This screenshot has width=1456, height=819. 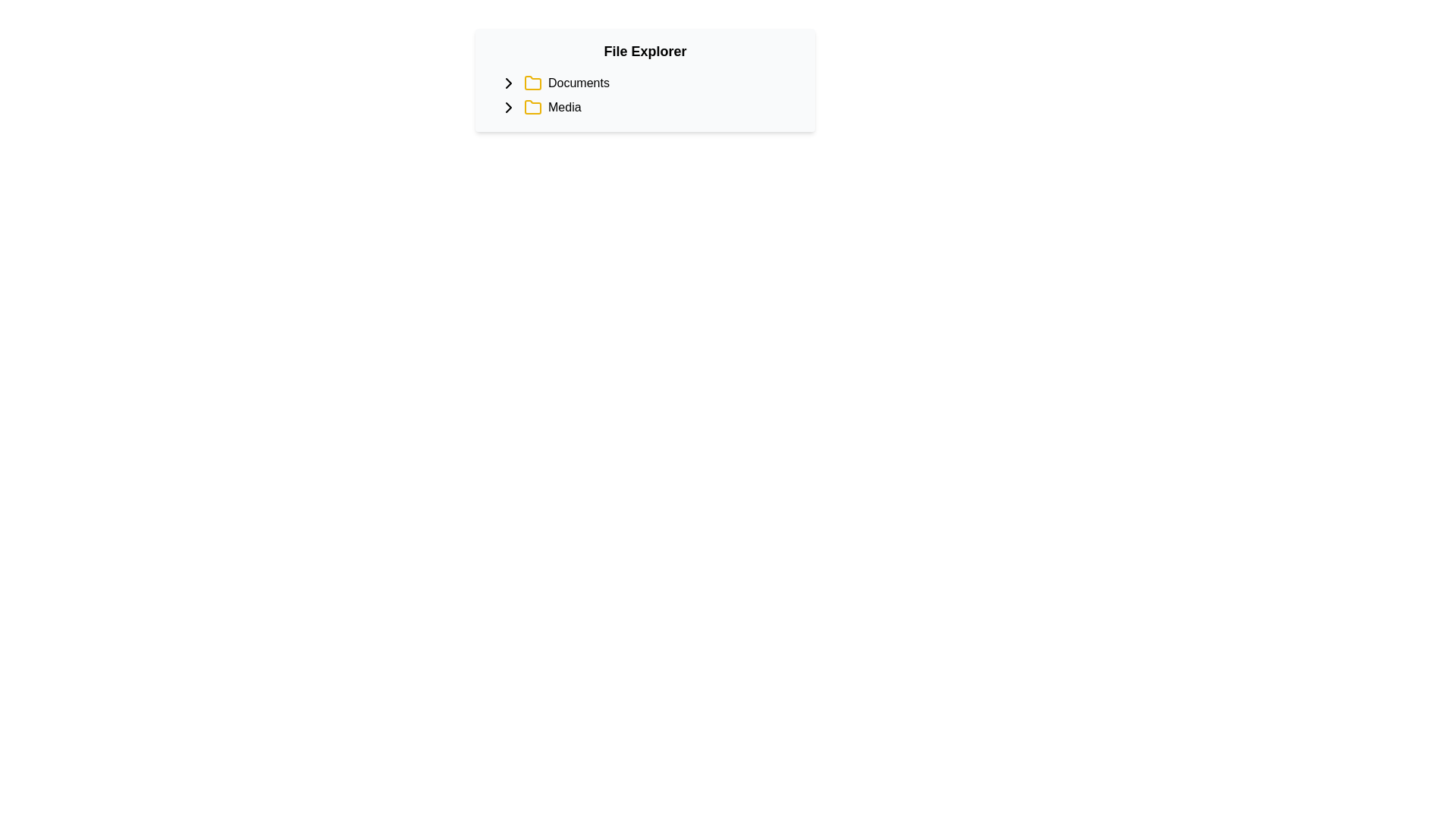 I want to click on the Folder Icon representing the 'Documents' category, located in the left portion of the 'Documents' row within the 'File Explorer' section, so click(x=532, y=83).